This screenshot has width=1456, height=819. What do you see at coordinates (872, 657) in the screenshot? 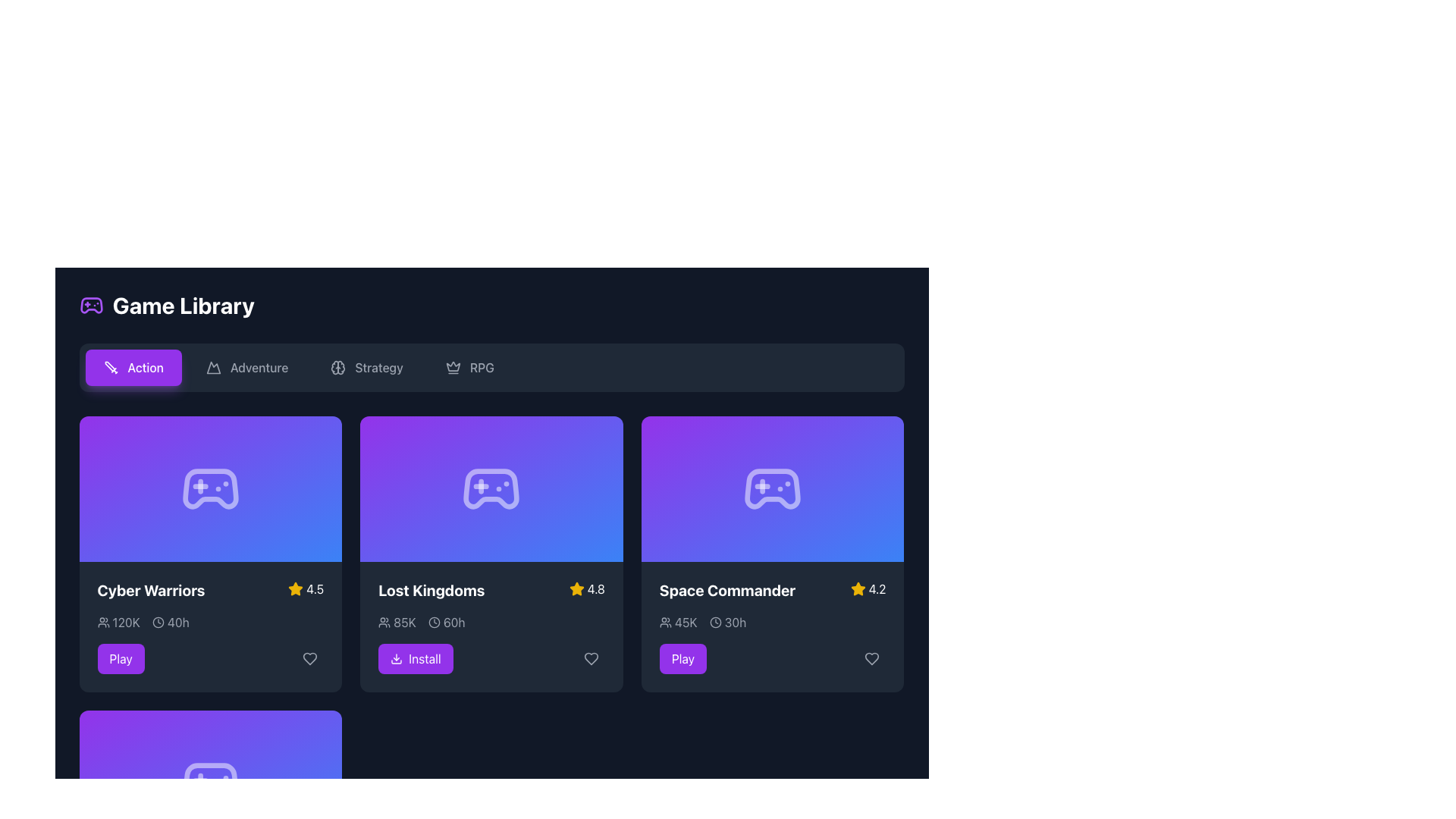
I see `the heart button located at the bottom-right corner of the 'Space Commander' game card to mark the game as a favorite` at bounding box center [872, 657].